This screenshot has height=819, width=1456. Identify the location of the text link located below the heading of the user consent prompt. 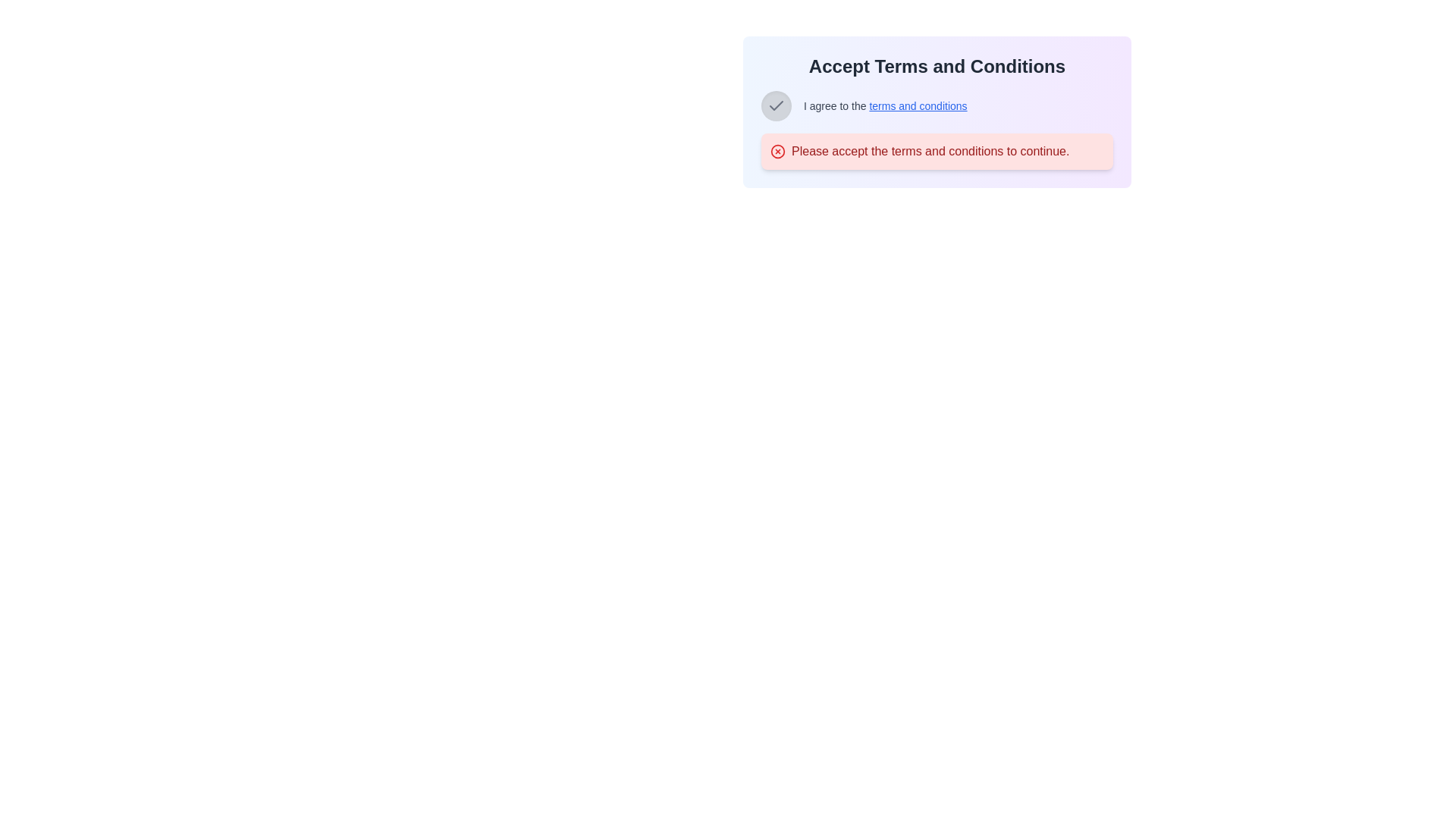
(937, 111).